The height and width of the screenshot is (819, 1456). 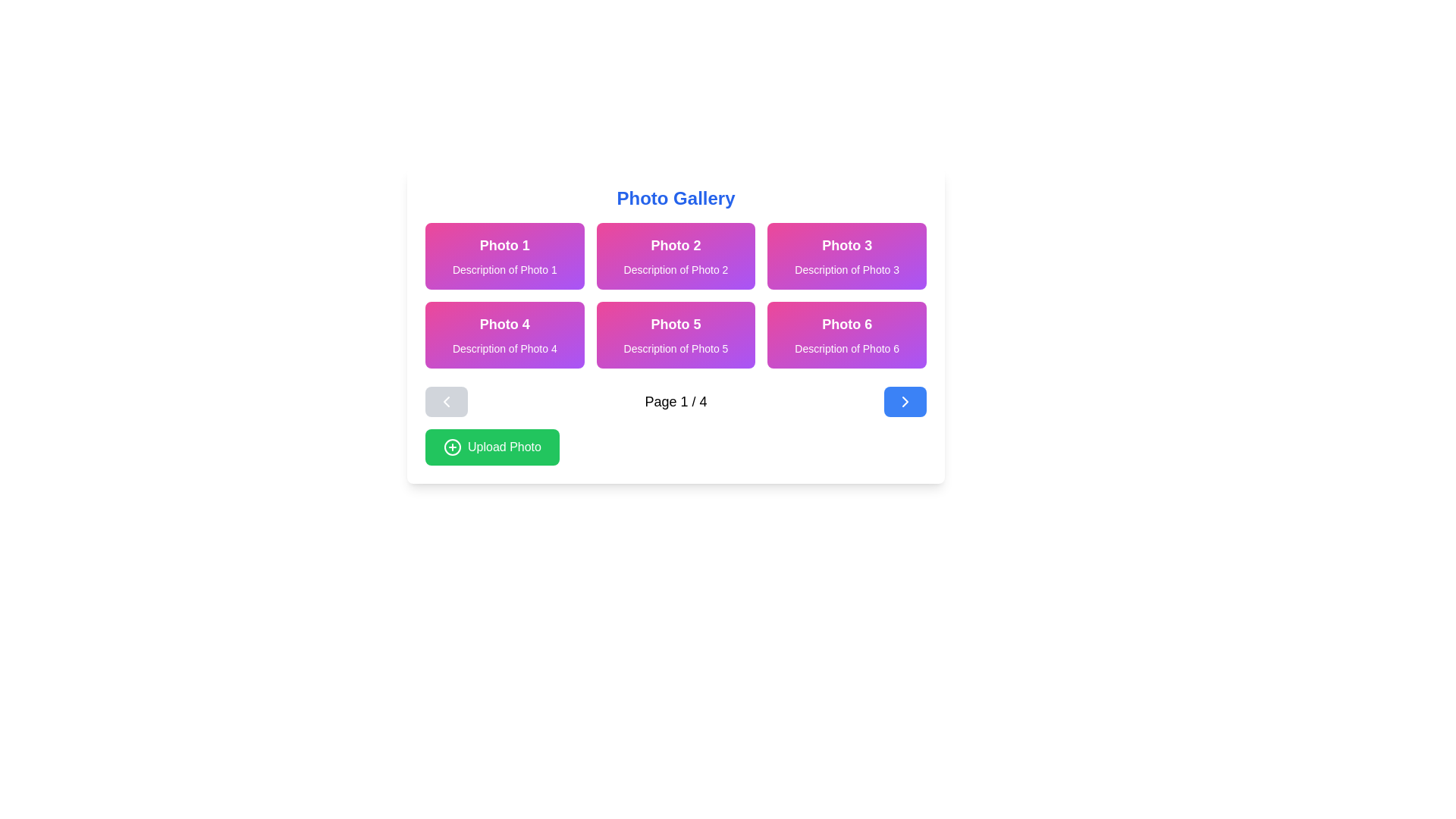 I want to click on text label 'Photo 3' located in the top-right corner of the photo grid, which identifies the third photo in the gallery, so click(x=846, y=245).